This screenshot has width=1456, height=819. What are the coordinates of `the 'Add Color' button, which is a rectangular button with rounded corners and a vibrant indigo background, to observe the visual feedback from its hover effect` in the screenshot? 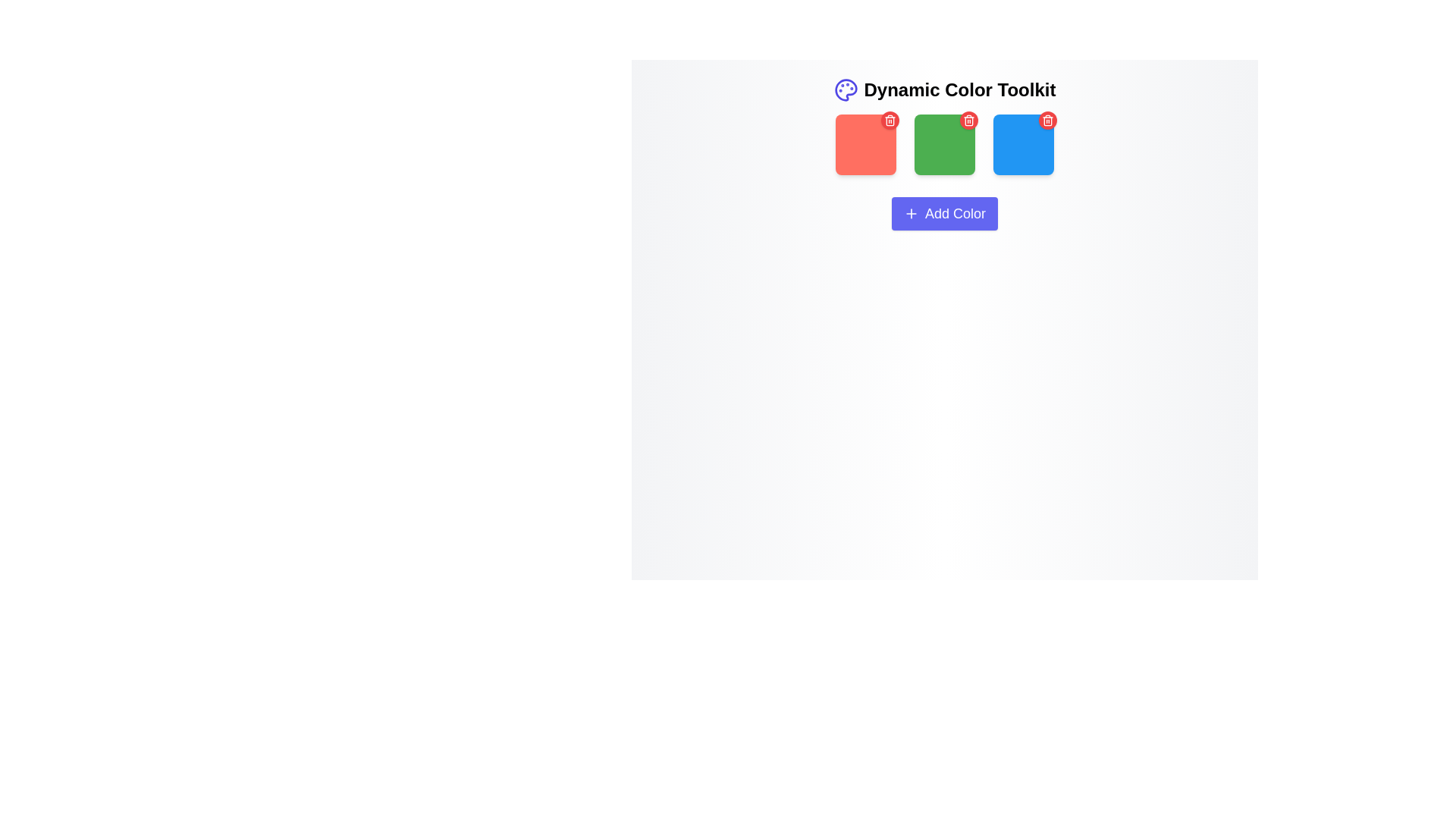 It's located at (944, 213).